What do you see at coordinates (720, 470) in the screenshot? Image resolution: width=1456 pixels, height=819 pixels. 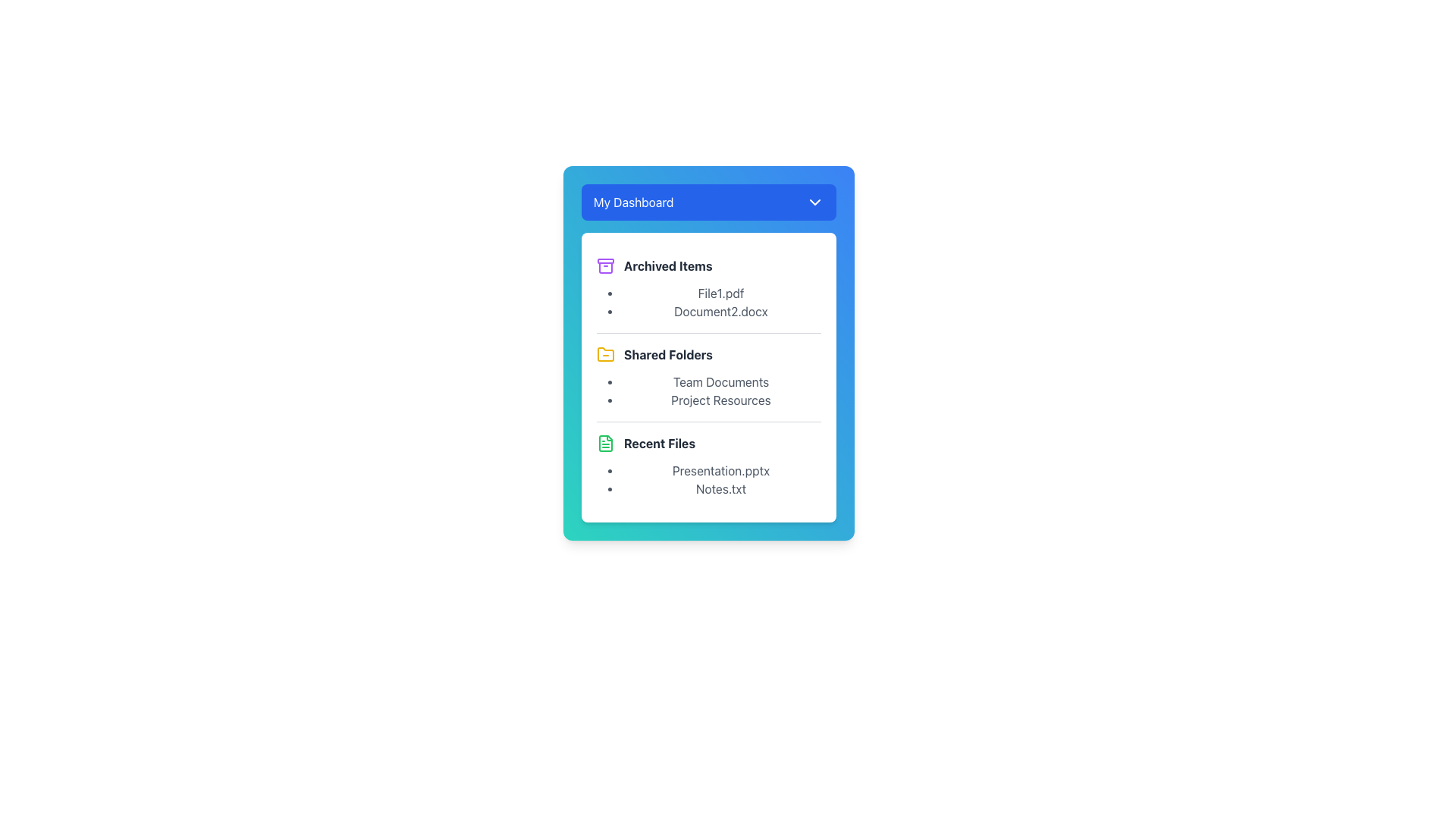 I see `the 'Presentation.pptx' text label in the 'Recent Files' section` at bounding box center [720, 470].